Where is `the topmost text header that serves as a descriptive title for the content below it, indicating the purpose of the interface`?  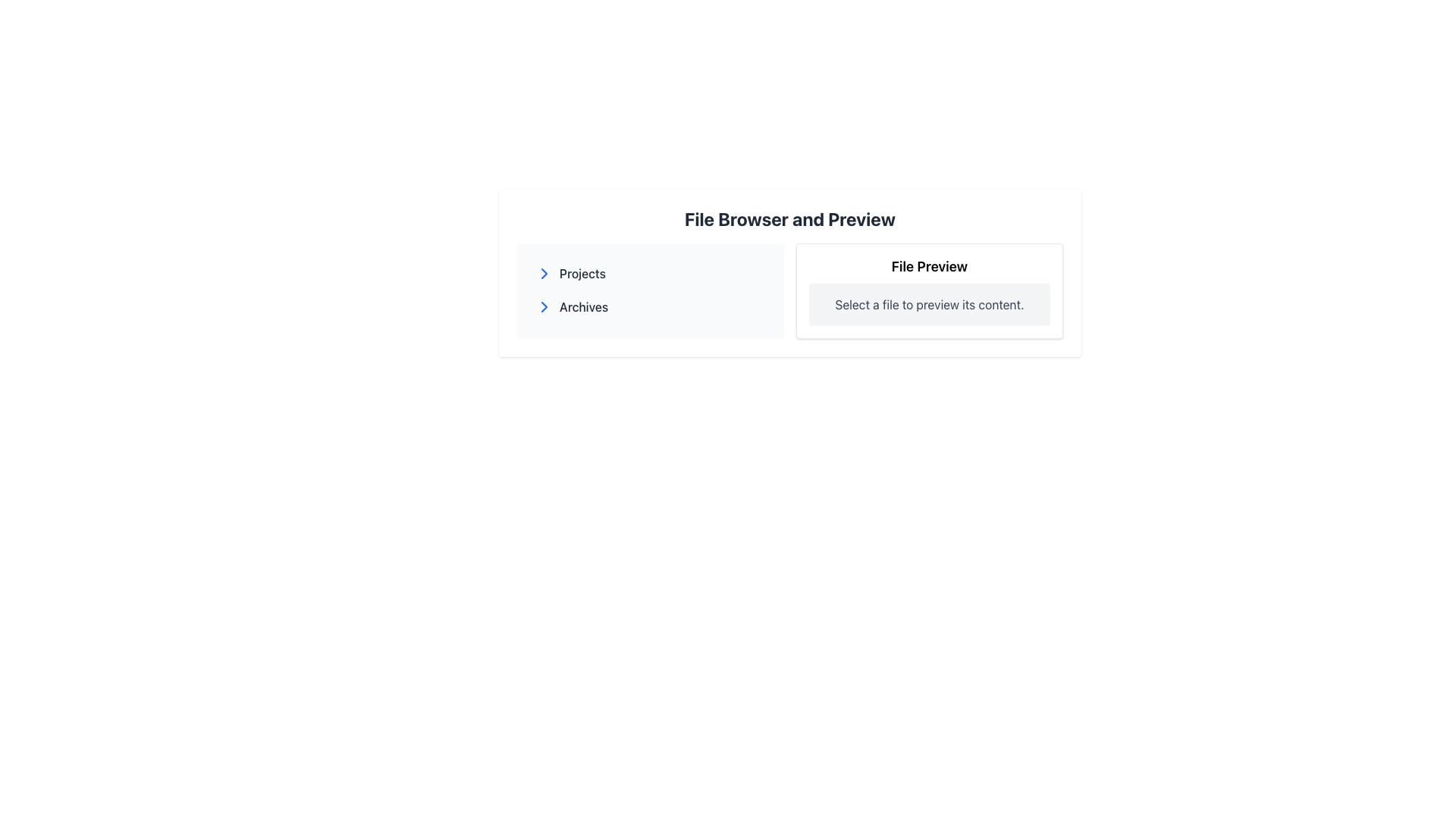 the topmost text header that serves as a descriptive title for the content below it, indicating the purpose of the interface is located at coordinates (789, 219).